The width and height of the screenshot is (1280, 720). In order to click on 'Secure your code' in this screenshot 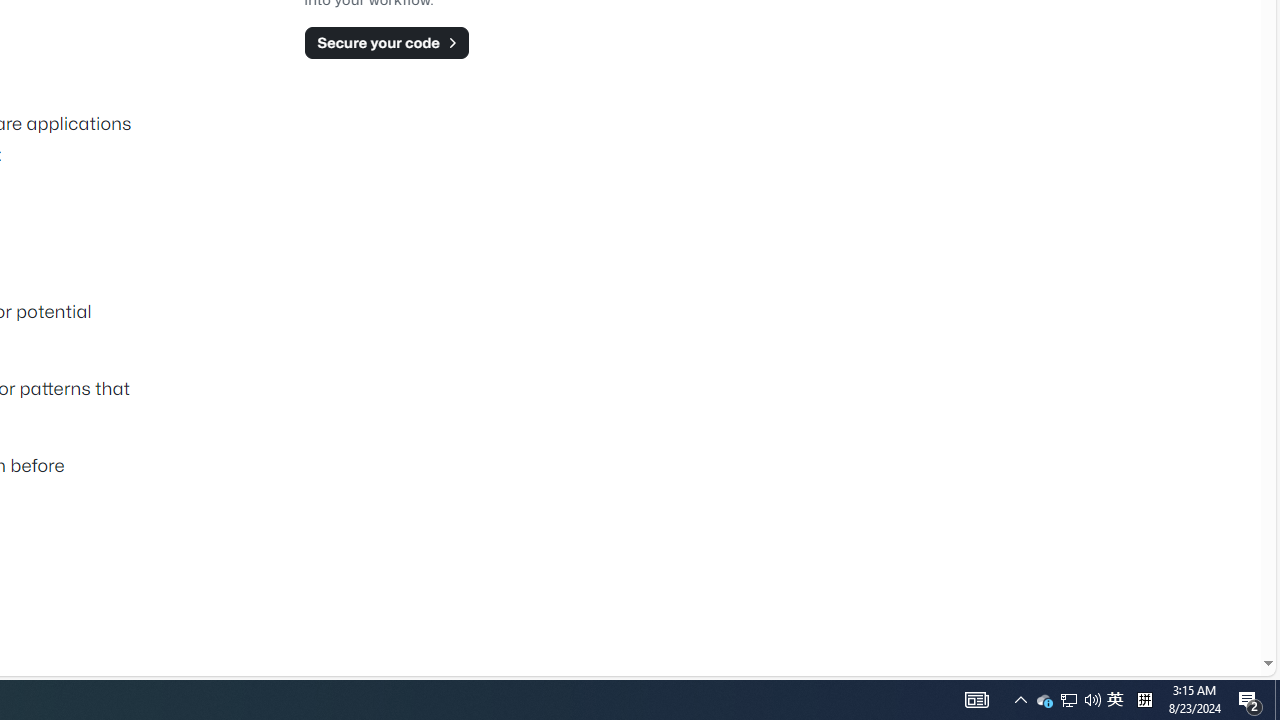, I will do `click(386, 42)`.